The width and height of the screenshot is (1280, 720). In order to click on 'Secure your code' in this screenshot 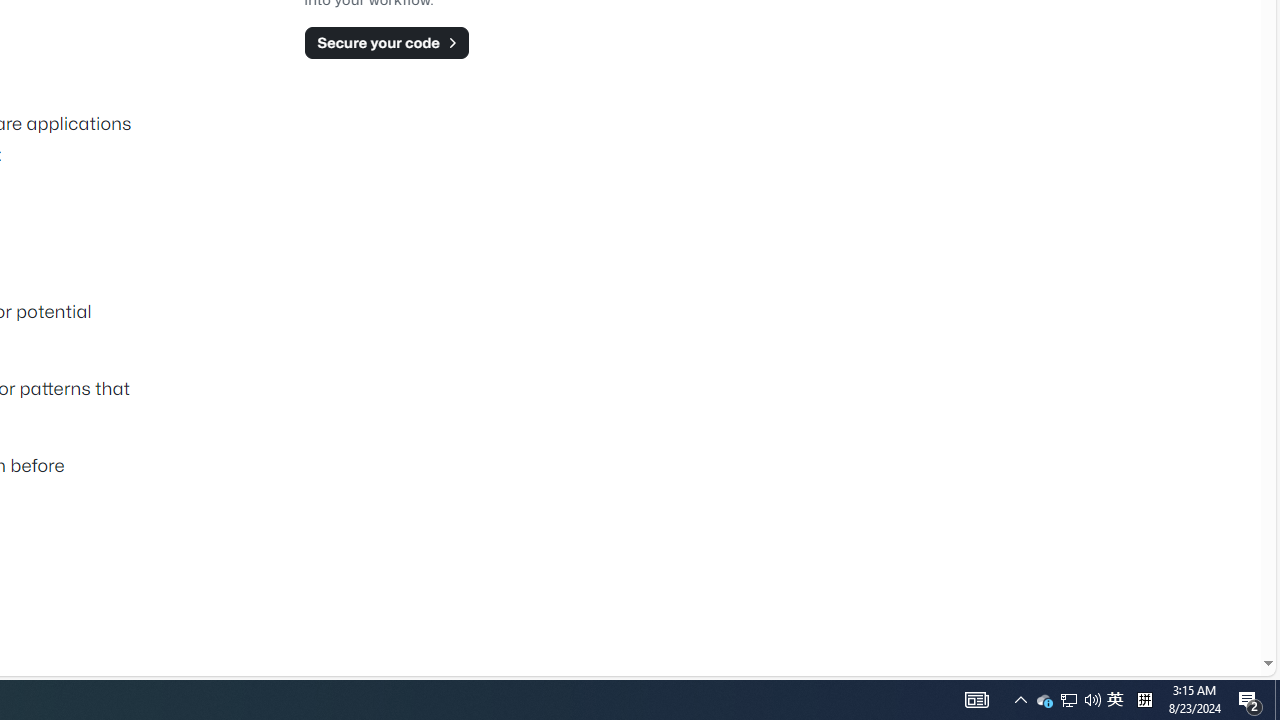, I will do `click(386, 42)`.